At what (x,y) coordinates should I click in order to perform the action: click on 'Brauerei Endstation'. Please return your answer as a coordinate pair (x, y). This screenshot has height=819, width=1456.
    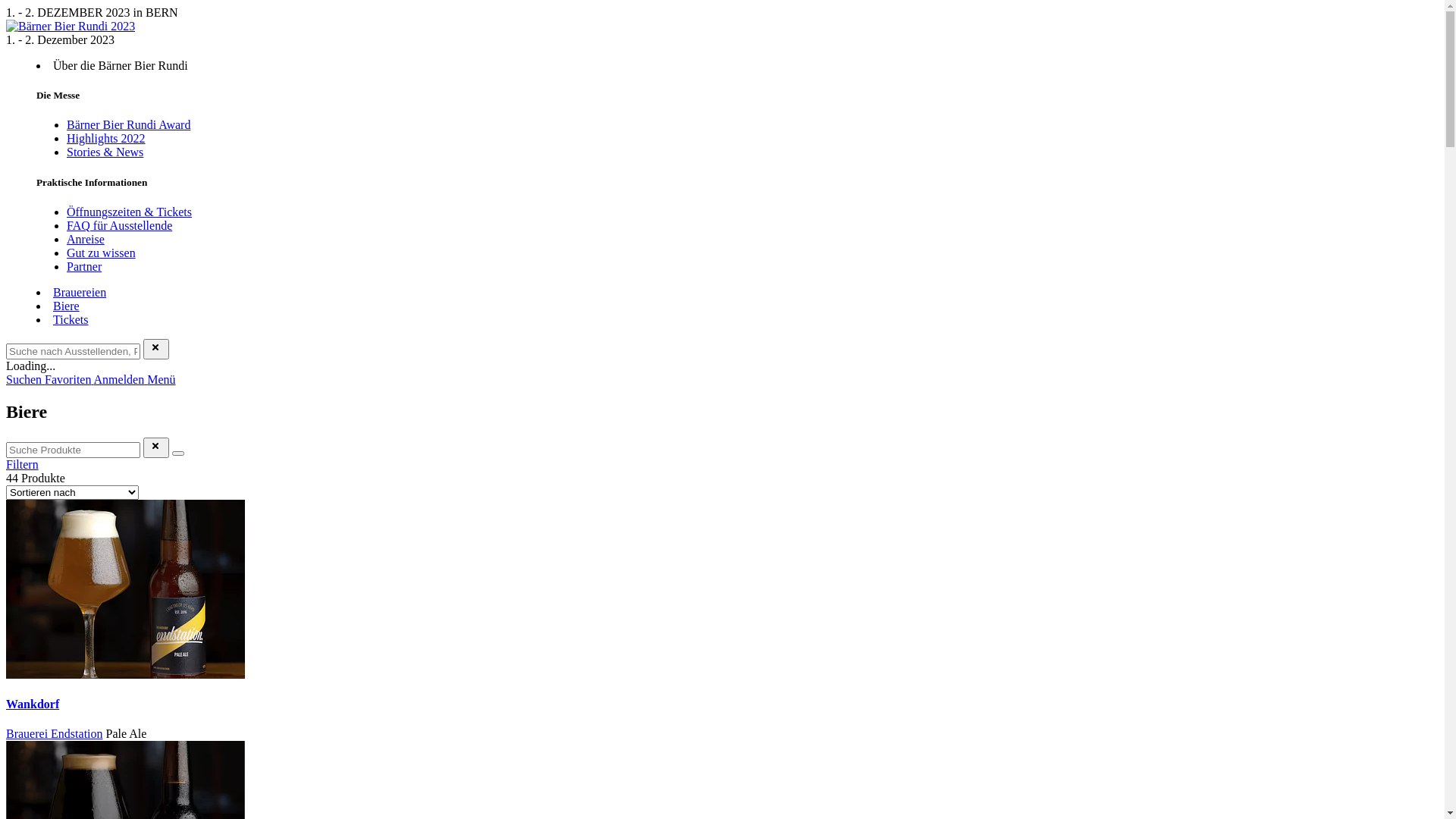
    Looking at the image, I should click on (55, 733).